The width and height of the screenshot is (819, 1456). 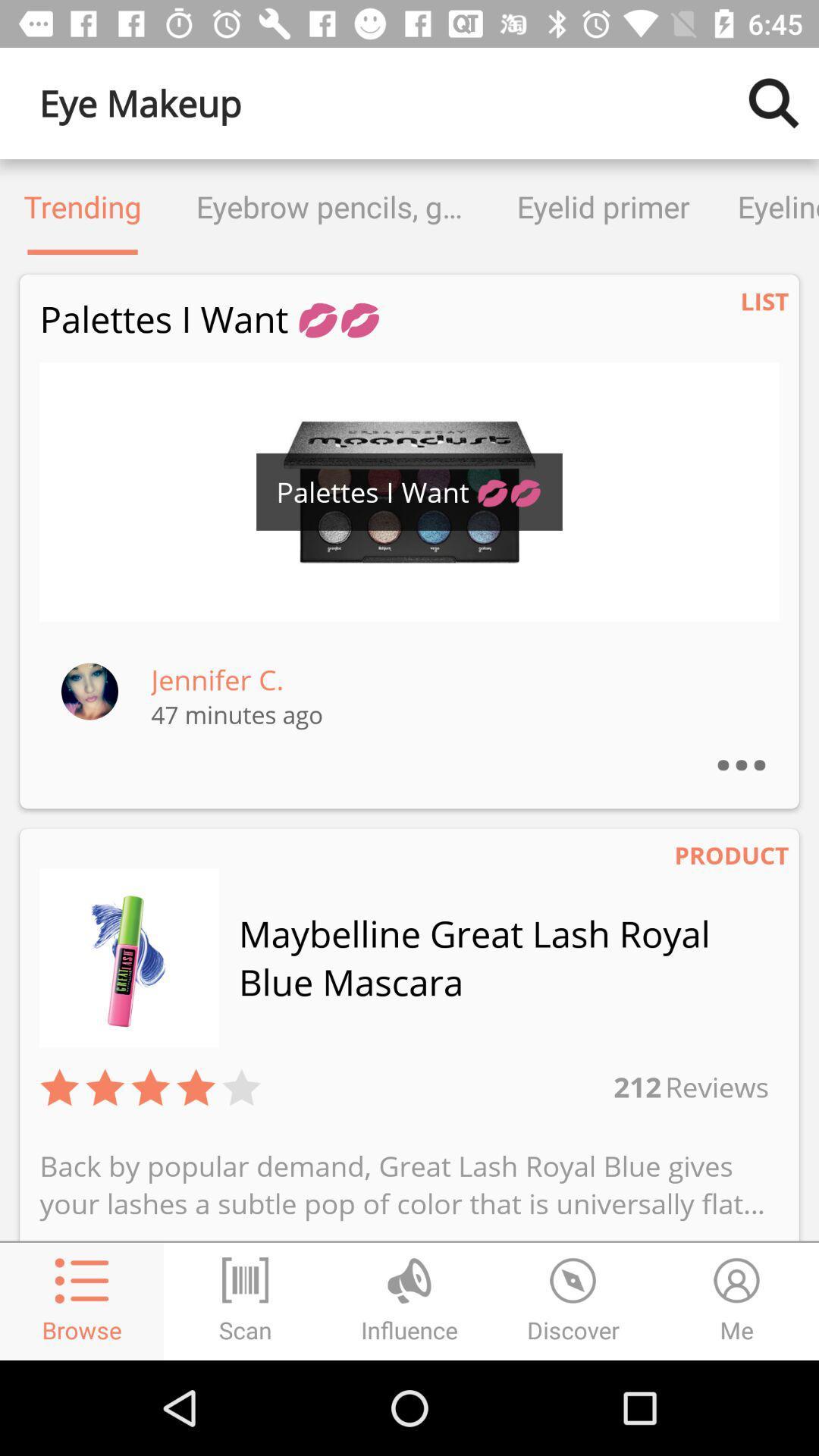 What do you see at coordinates (217, 679) in the screenshot?
I see `the icon to the left of ... item` at bounding box center [217, 679].